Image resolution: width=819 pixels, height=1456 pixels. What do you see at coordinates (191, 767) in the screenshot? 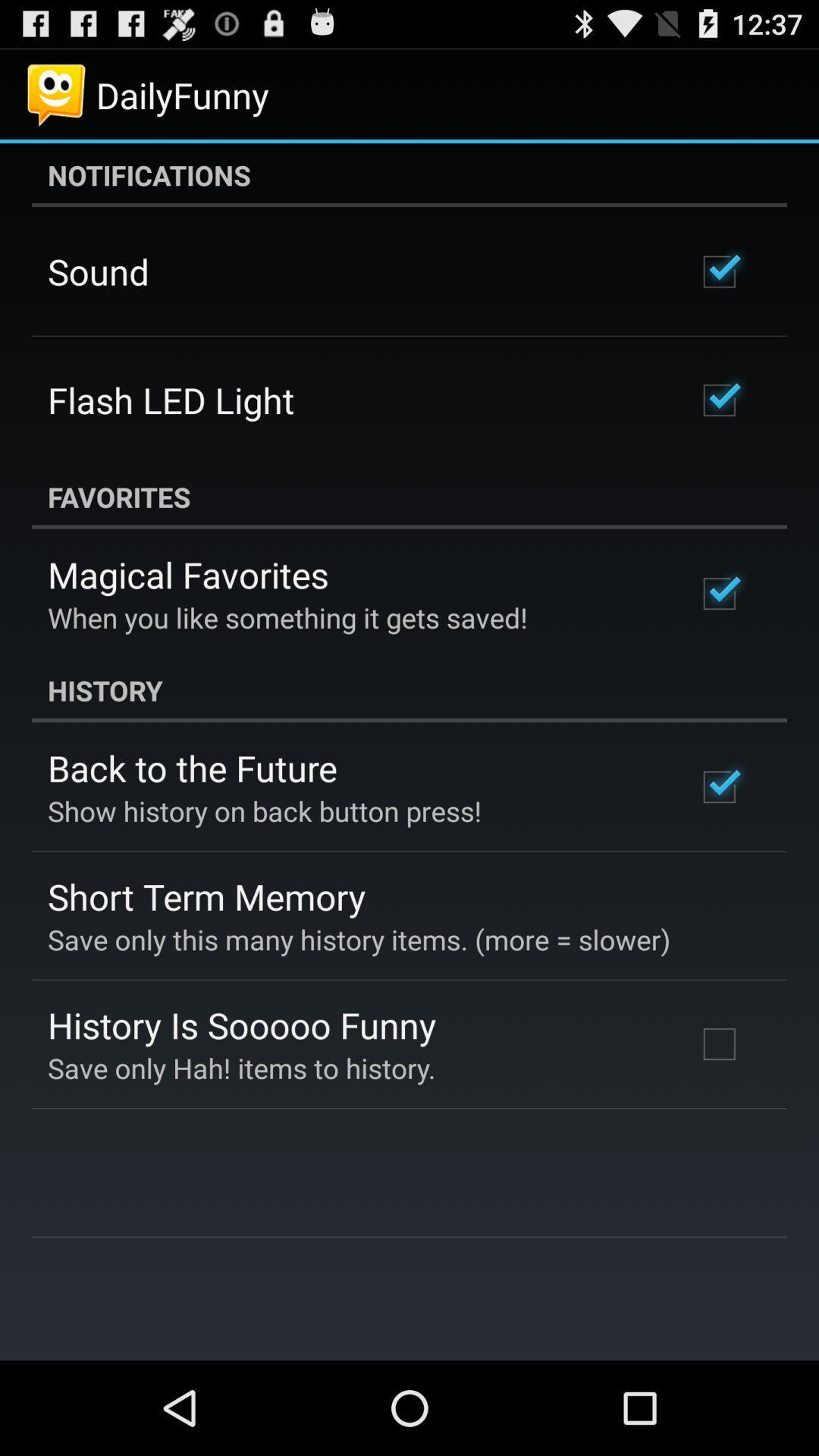
I see `the app above show history on icon` at bounding box center [191, 767].